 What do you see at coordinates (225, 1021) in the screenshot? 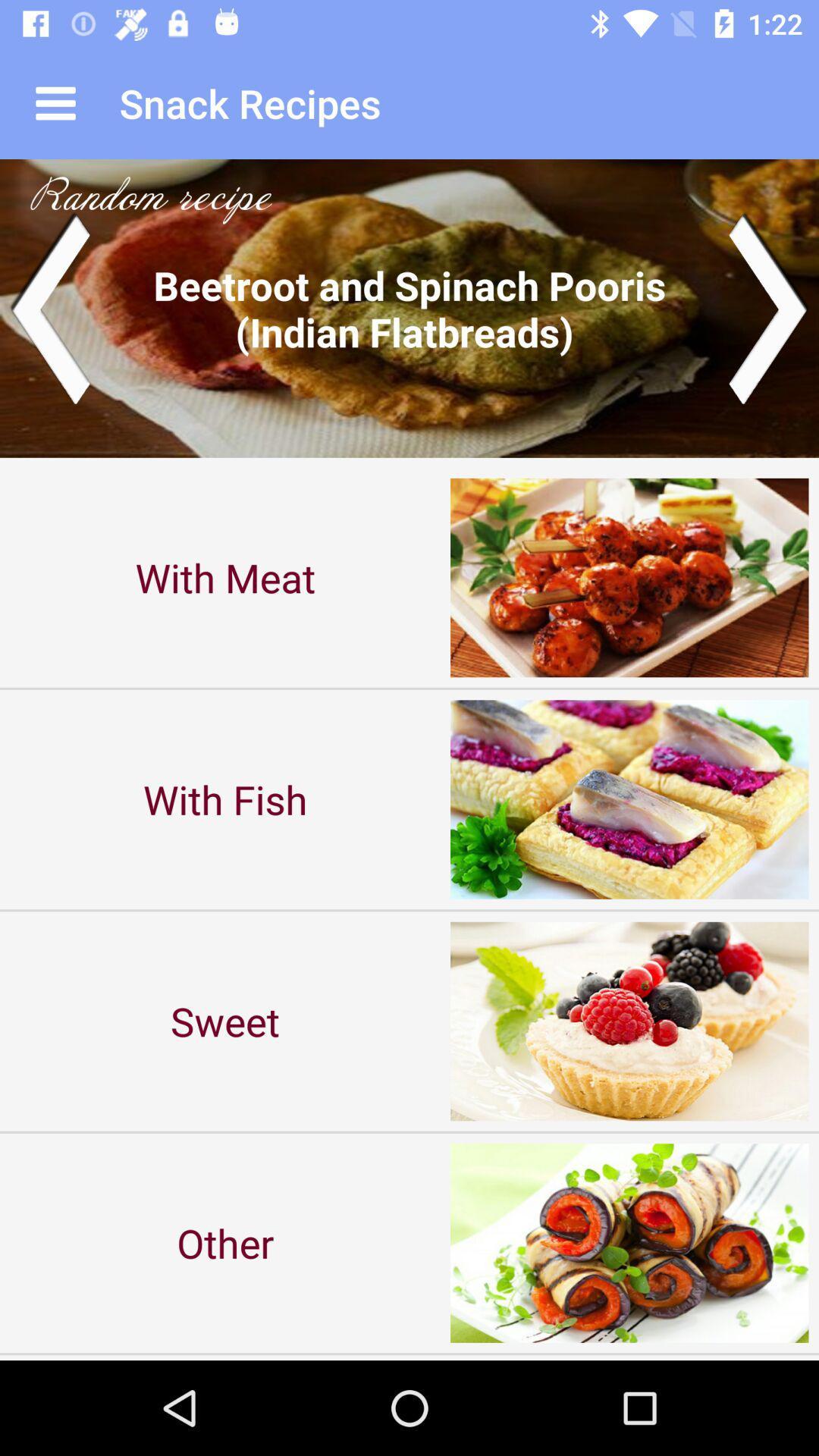
I see `icon below with fish` at bounding box center [225, 1021].